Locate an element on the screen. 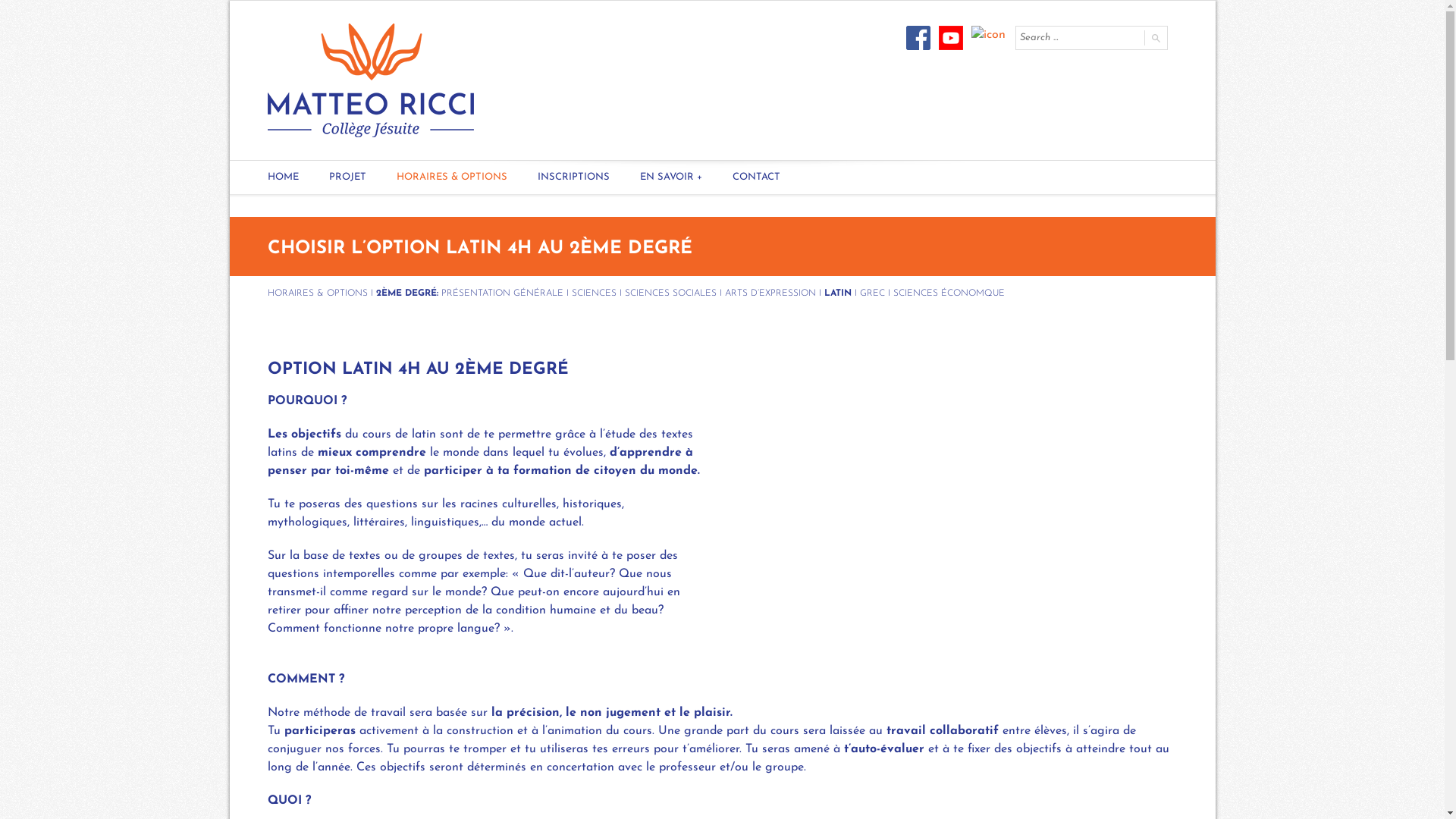 The image size is (1456, 819). 'INSCRIPTIONS' is located at coordinates (572, 177).